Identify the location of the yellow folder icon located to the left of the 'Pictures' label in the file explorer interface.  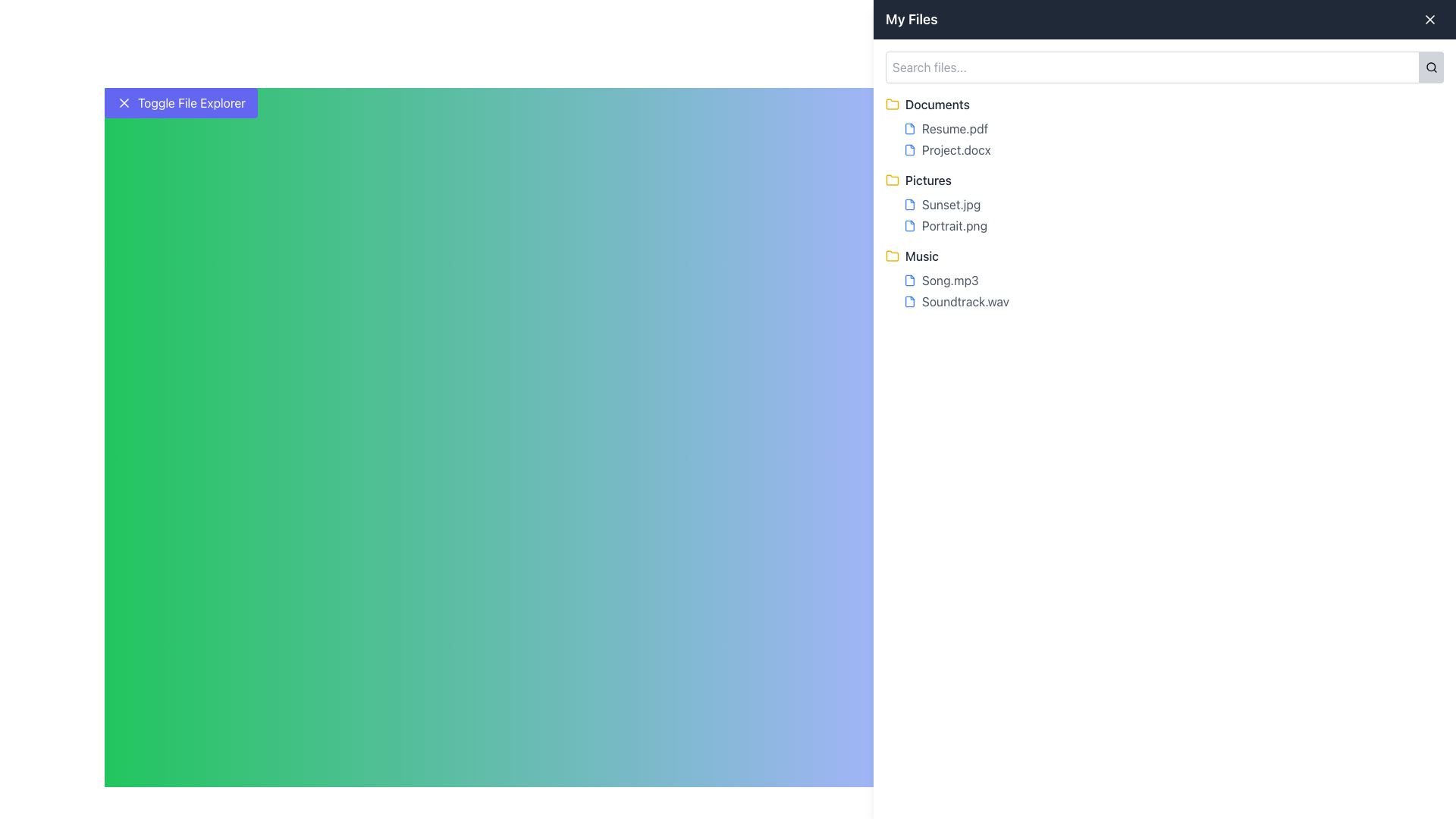
(892, 180).